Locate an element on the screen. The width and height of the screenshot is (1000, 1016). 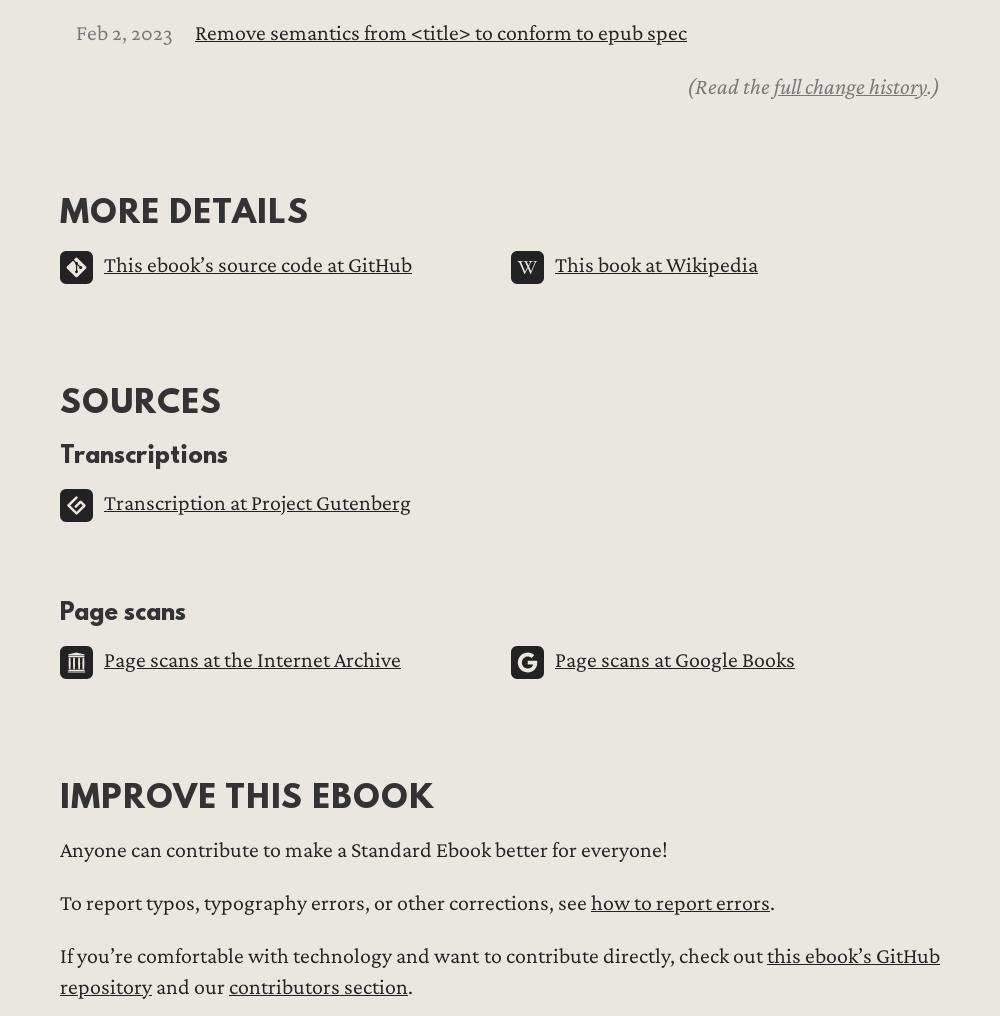
'Read the' is located at coordinates (733, 85).